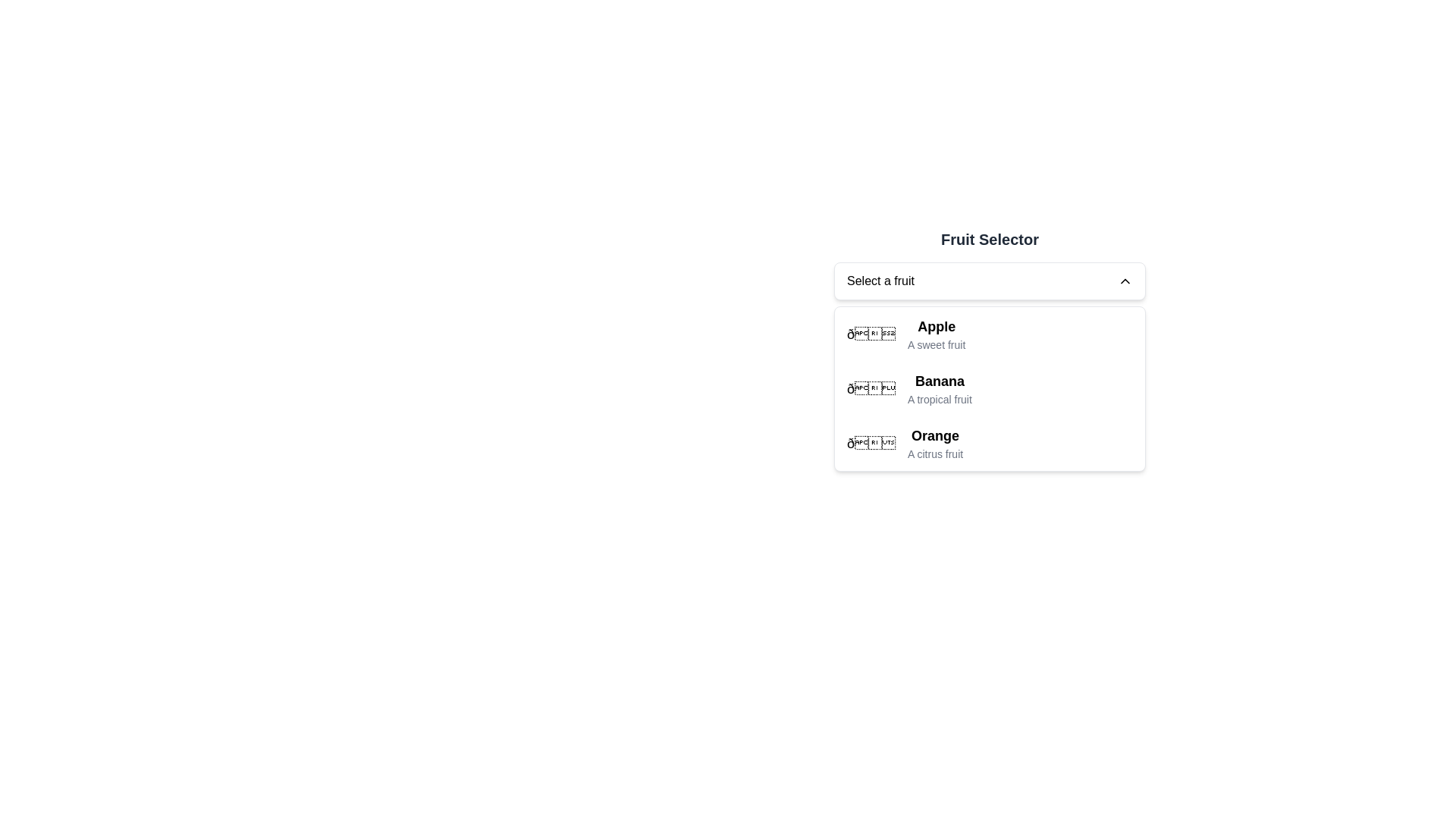 This screenshot has height=819, width=1456. Describe the element at coordinates (939, 380) in the screenshot. I see `'Banana' text label in the dropdown menu, which serves as the primary identifier for this option` at that location.